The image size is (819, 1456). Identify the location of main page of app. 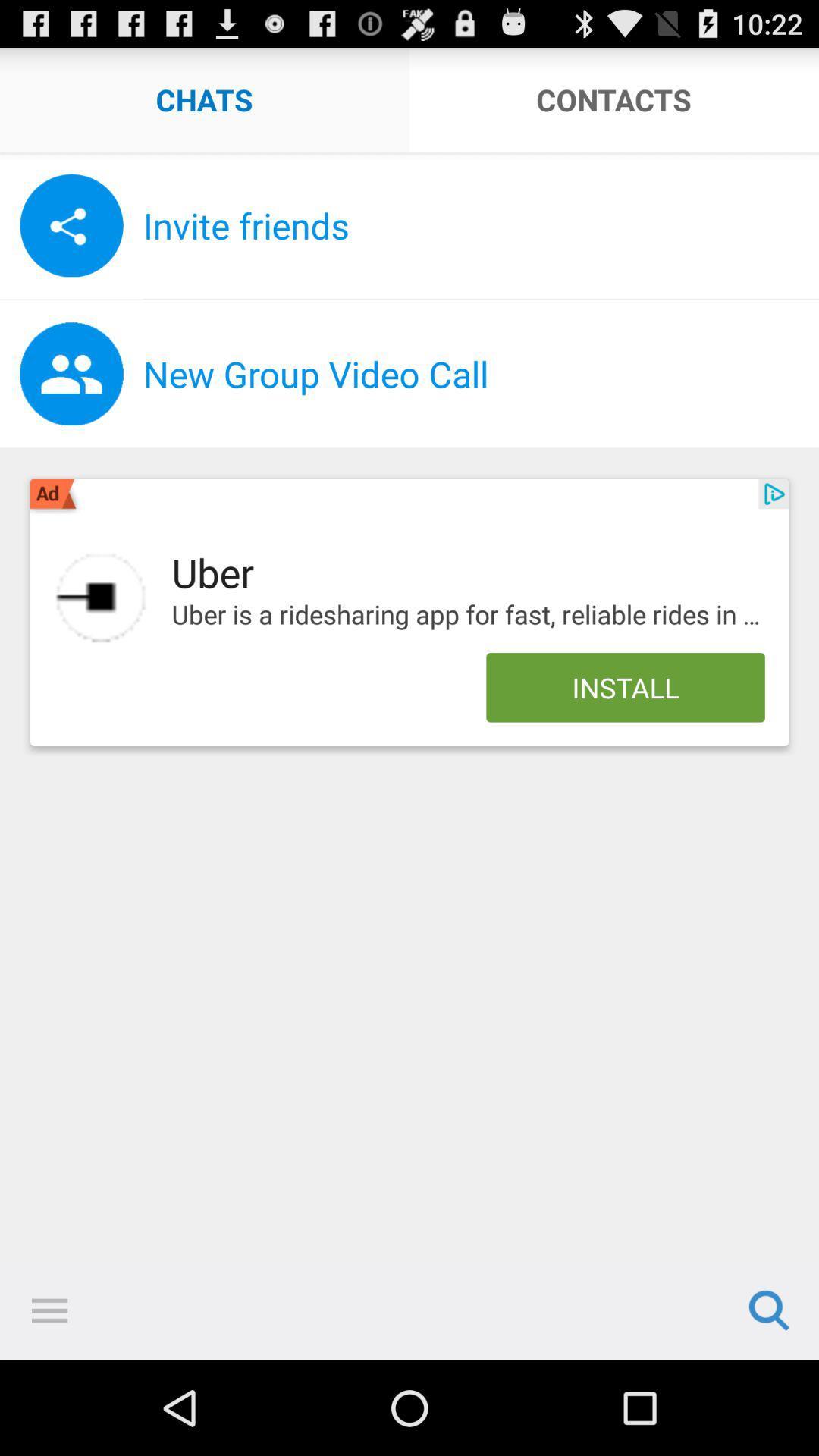
(101, 597).